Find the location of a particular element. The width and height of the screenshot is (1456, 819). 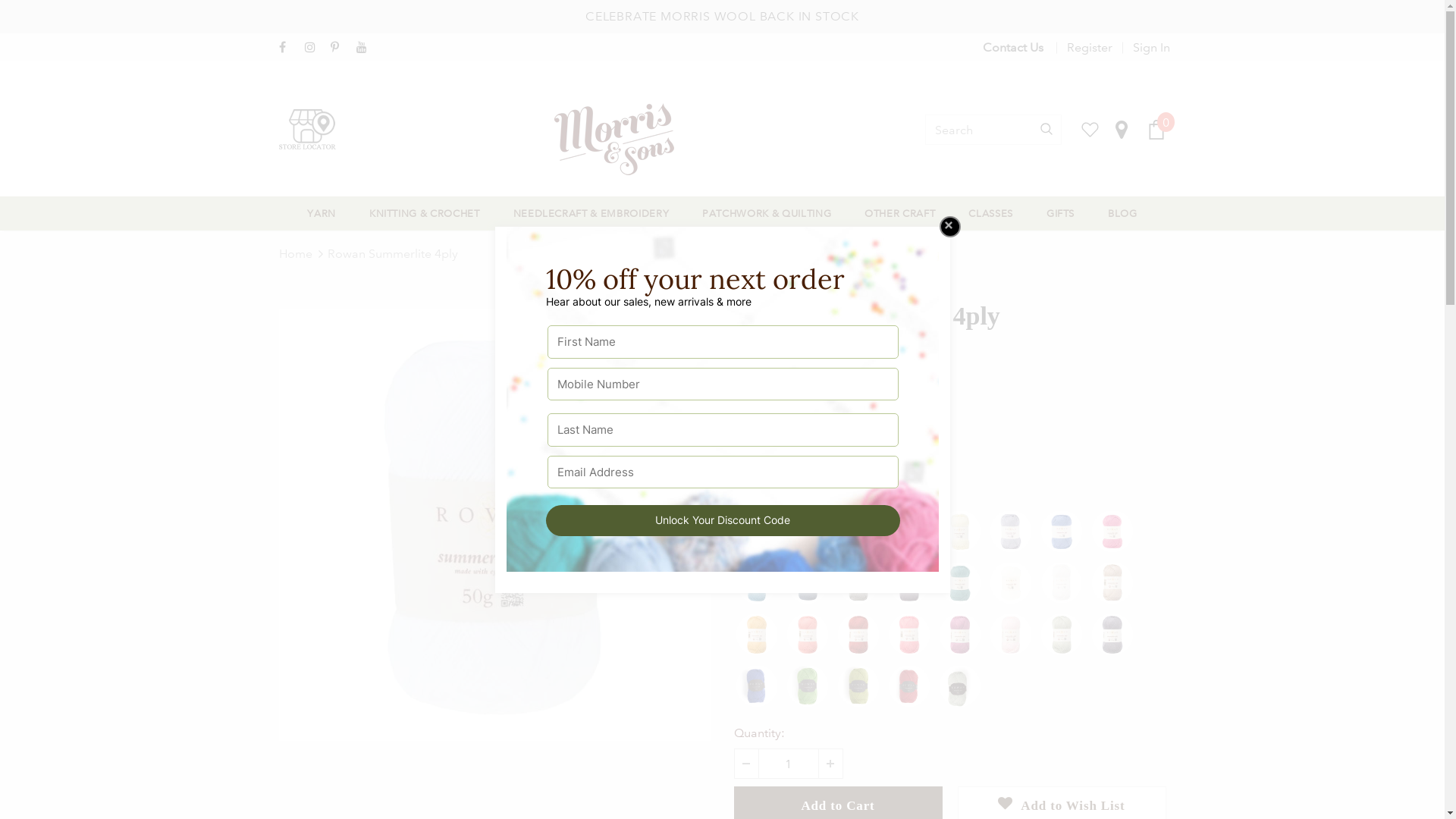

'Home' is located at coordinates (279, 253).